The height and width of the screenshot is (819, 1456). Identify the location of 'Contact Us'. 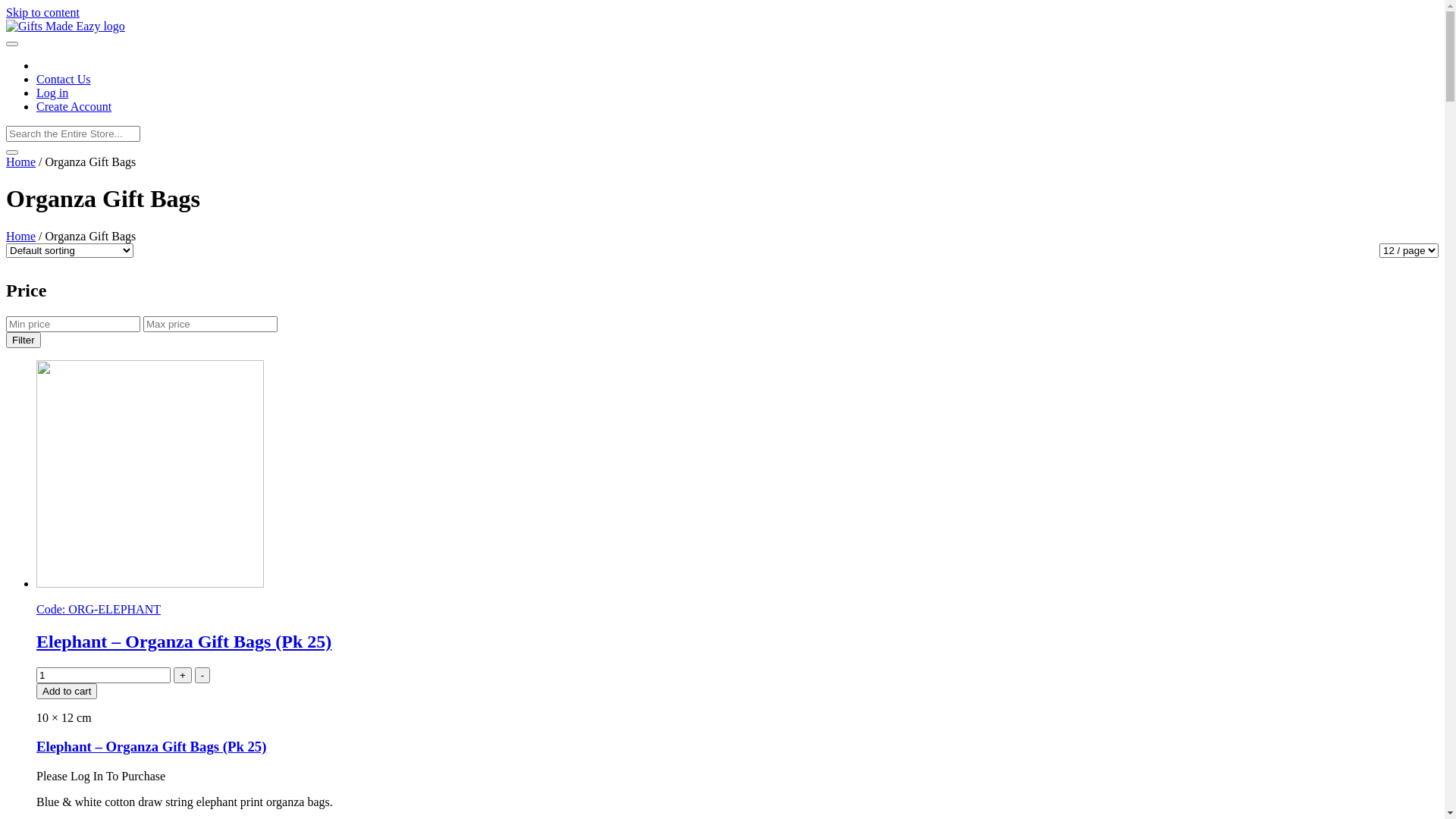
(62, 79).